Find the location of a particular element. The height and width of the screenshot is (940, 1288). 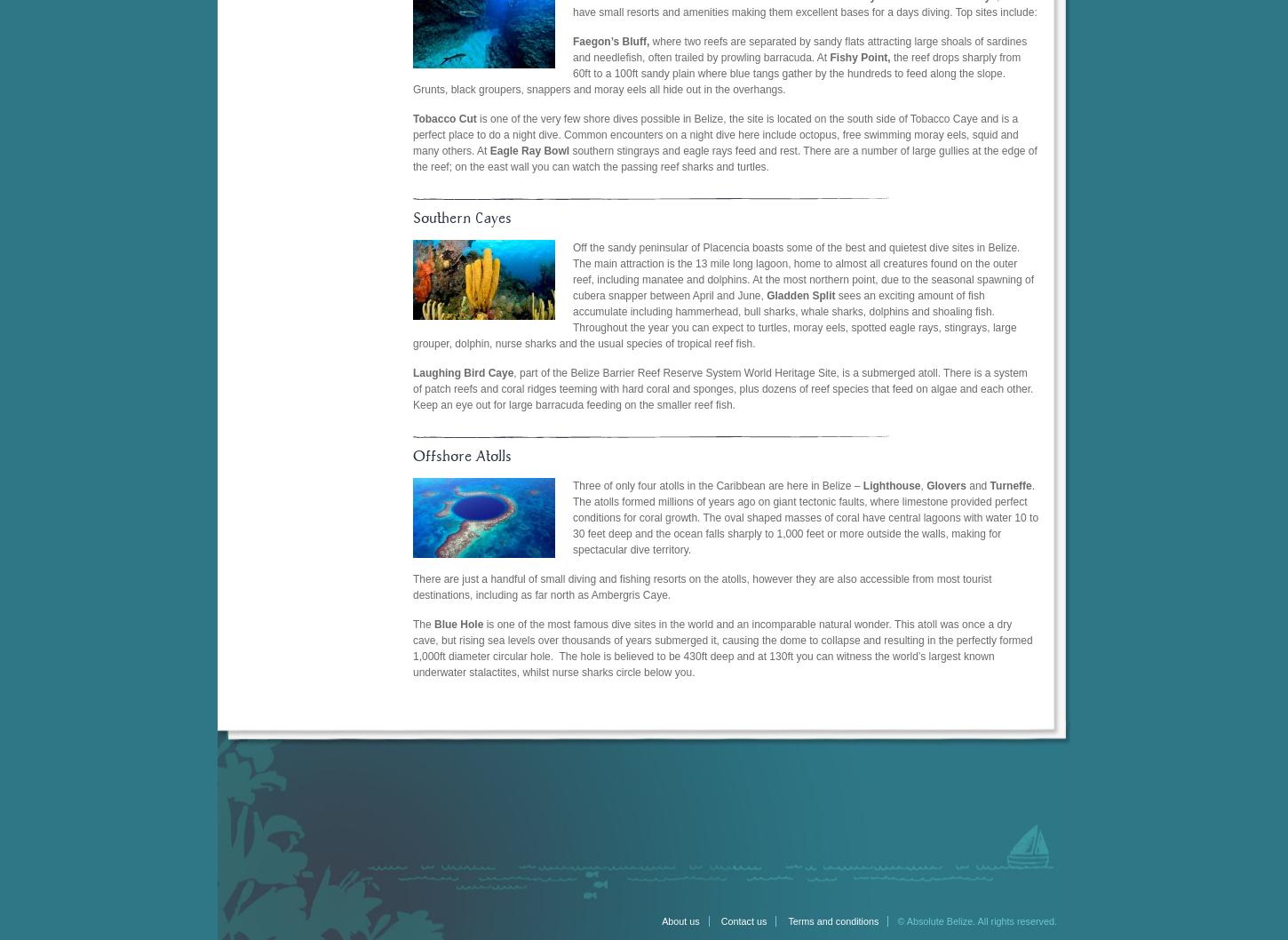

'sees an exciting amount of fish accumulate including hammerhead, bull sharks, whale sharks, dolphins and shoaling fish.  Throughout the year you can expect to turtles, moray eels, spotted eagle rays, stingrays, large grouper, dolphin, nurse sharks and the usual species of tropical reef fish.' is located at coordinates (714, 318).